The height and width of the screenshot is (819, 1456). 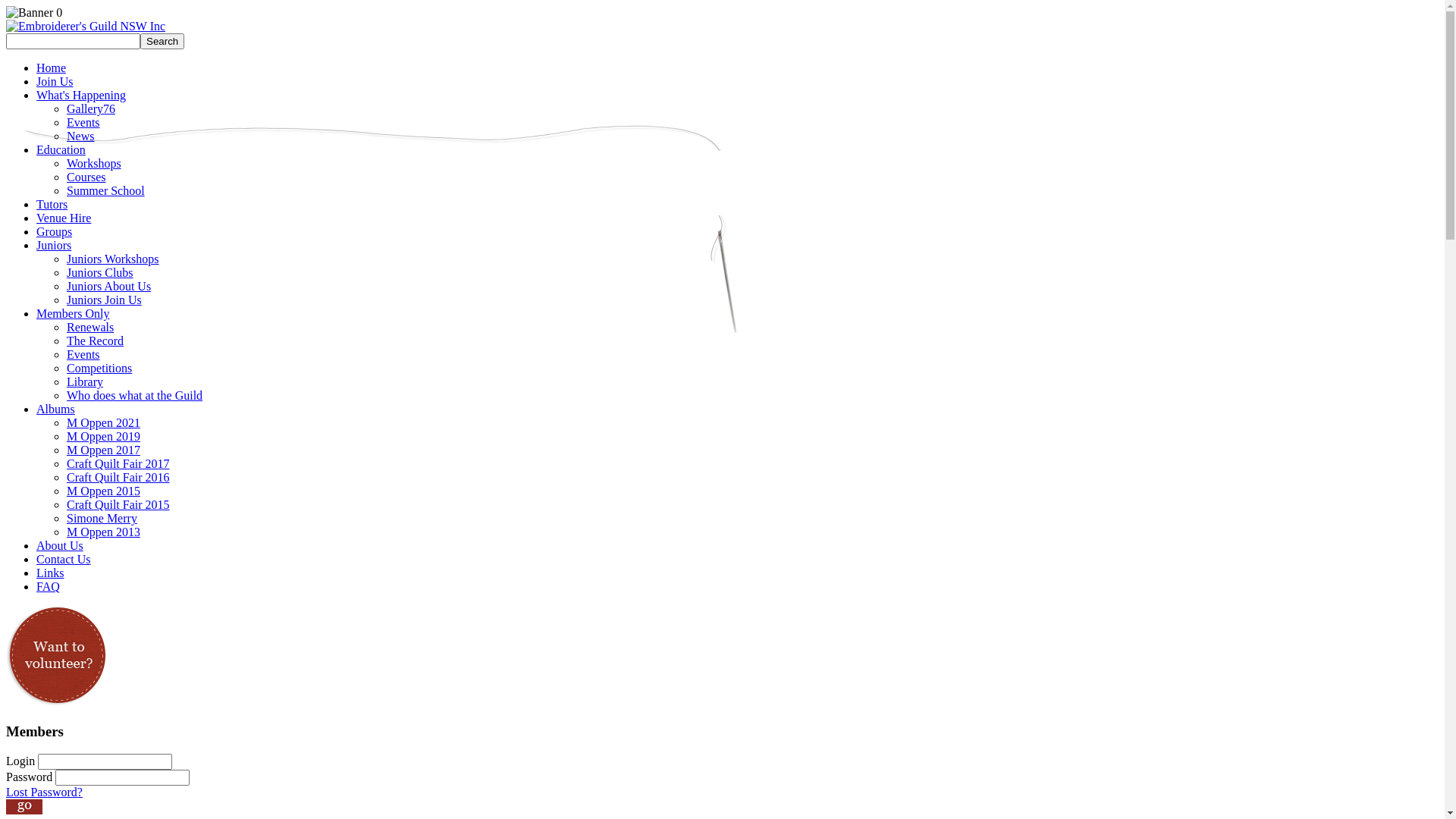 I want to click on 'Events', so click(x=83, y=121).